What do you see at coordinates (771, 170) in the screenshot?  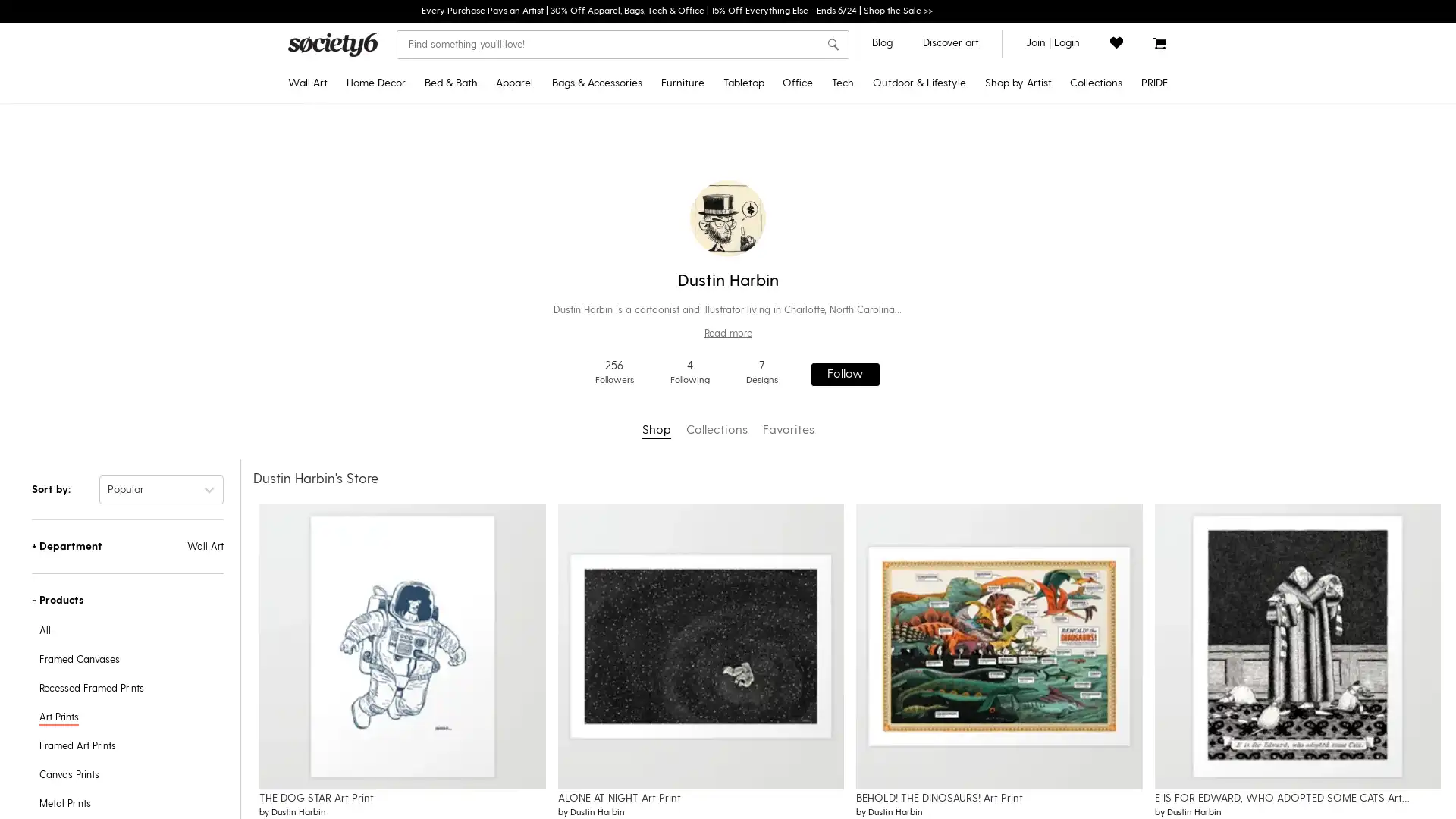 I see `Tablecloths` at bounding box center [771, 170].